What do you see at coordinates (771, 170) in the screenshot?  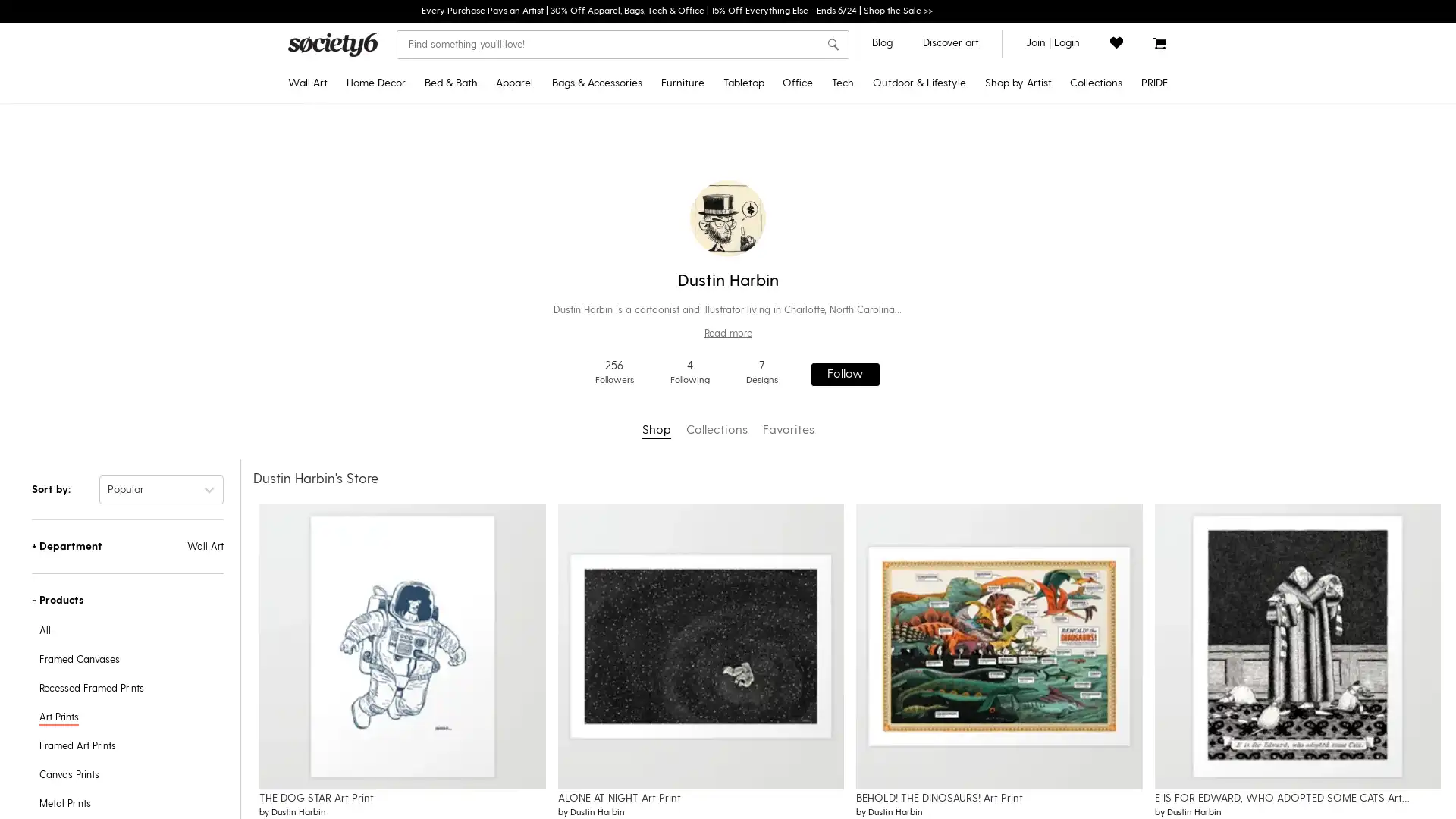 I see `Tablecloths` at bounding box center [771, 170].